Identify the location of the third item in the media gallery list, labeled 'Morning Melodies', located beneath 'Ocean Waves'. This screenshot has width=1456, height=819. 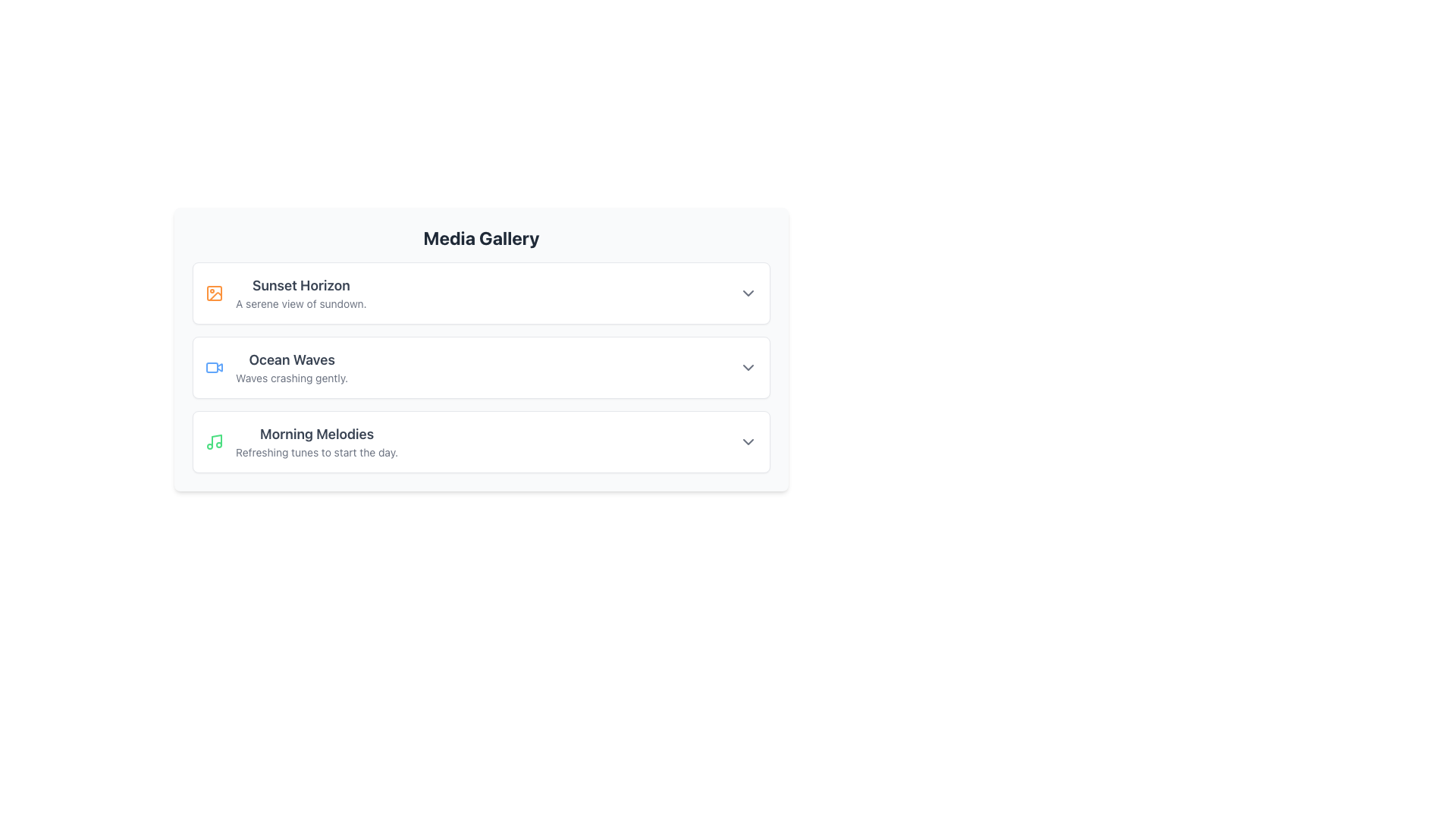
(302, 441).